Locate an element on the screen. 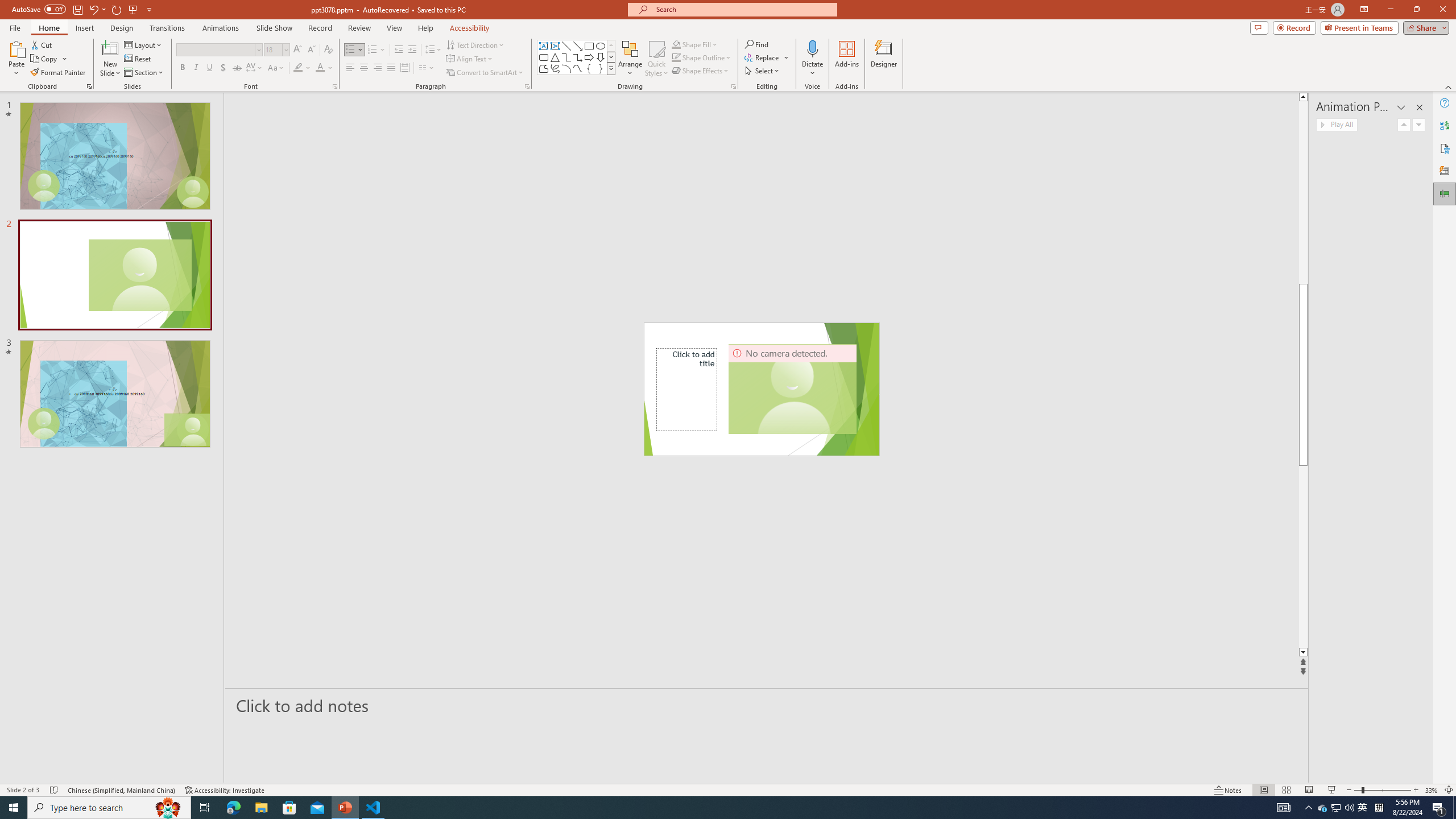  'Animation Pane' is located at coordinates (1444, 193).